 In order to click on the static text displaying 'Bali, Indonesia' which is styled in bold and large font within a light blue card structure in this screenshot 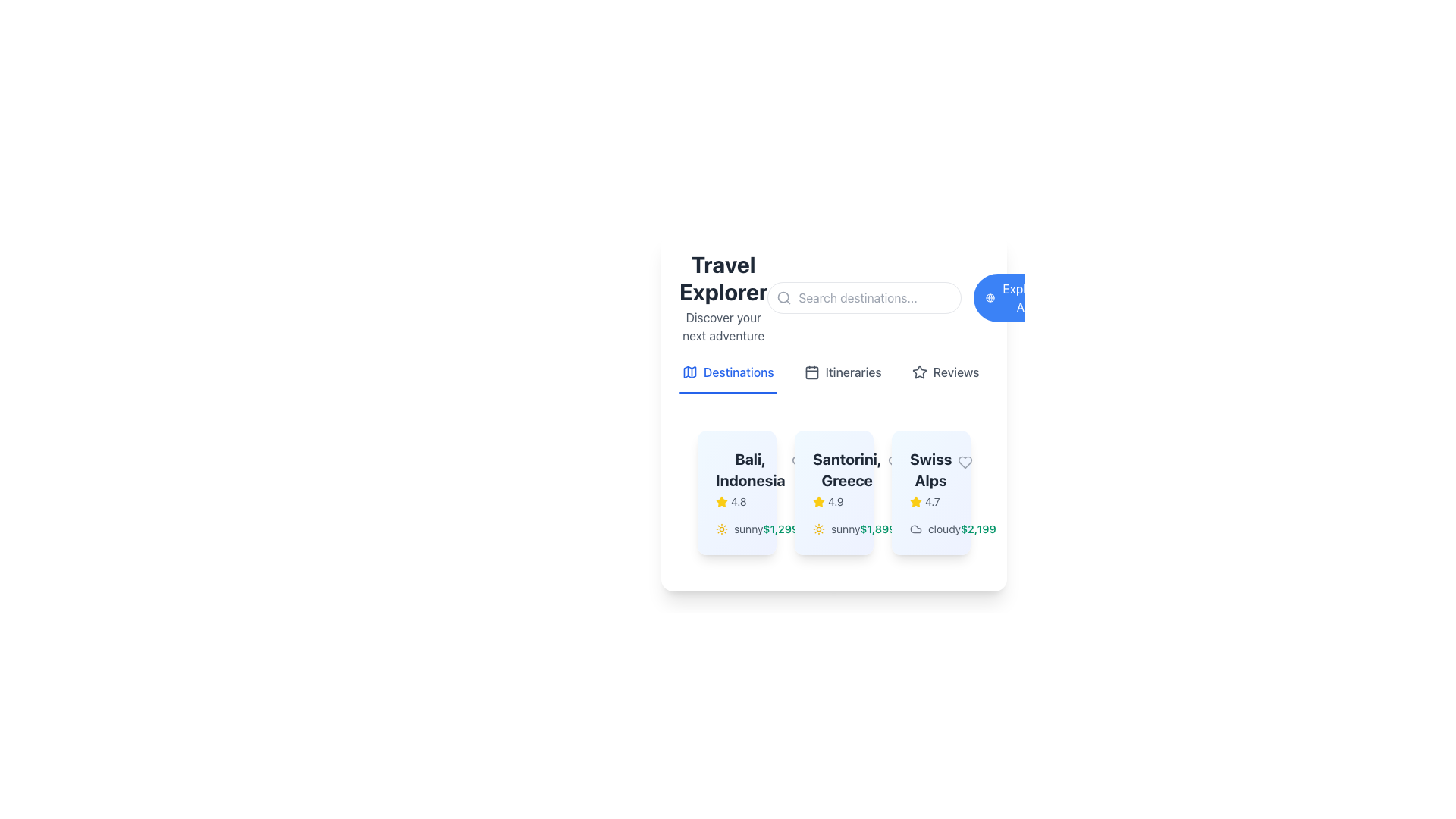, I will do `click(750, 469)`.